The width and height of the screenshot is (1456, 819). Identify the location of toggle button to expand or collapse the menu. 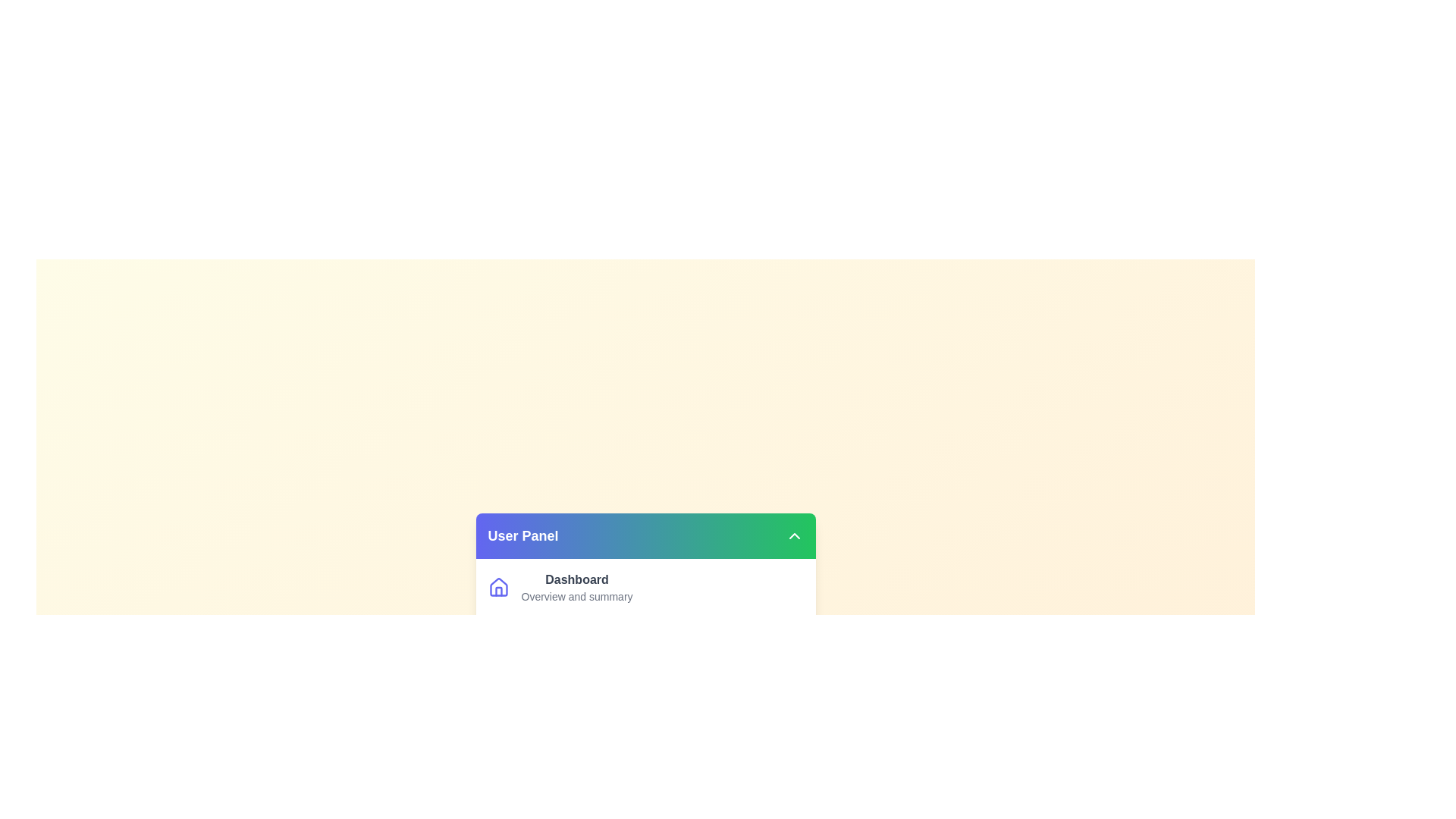
(793, 535).